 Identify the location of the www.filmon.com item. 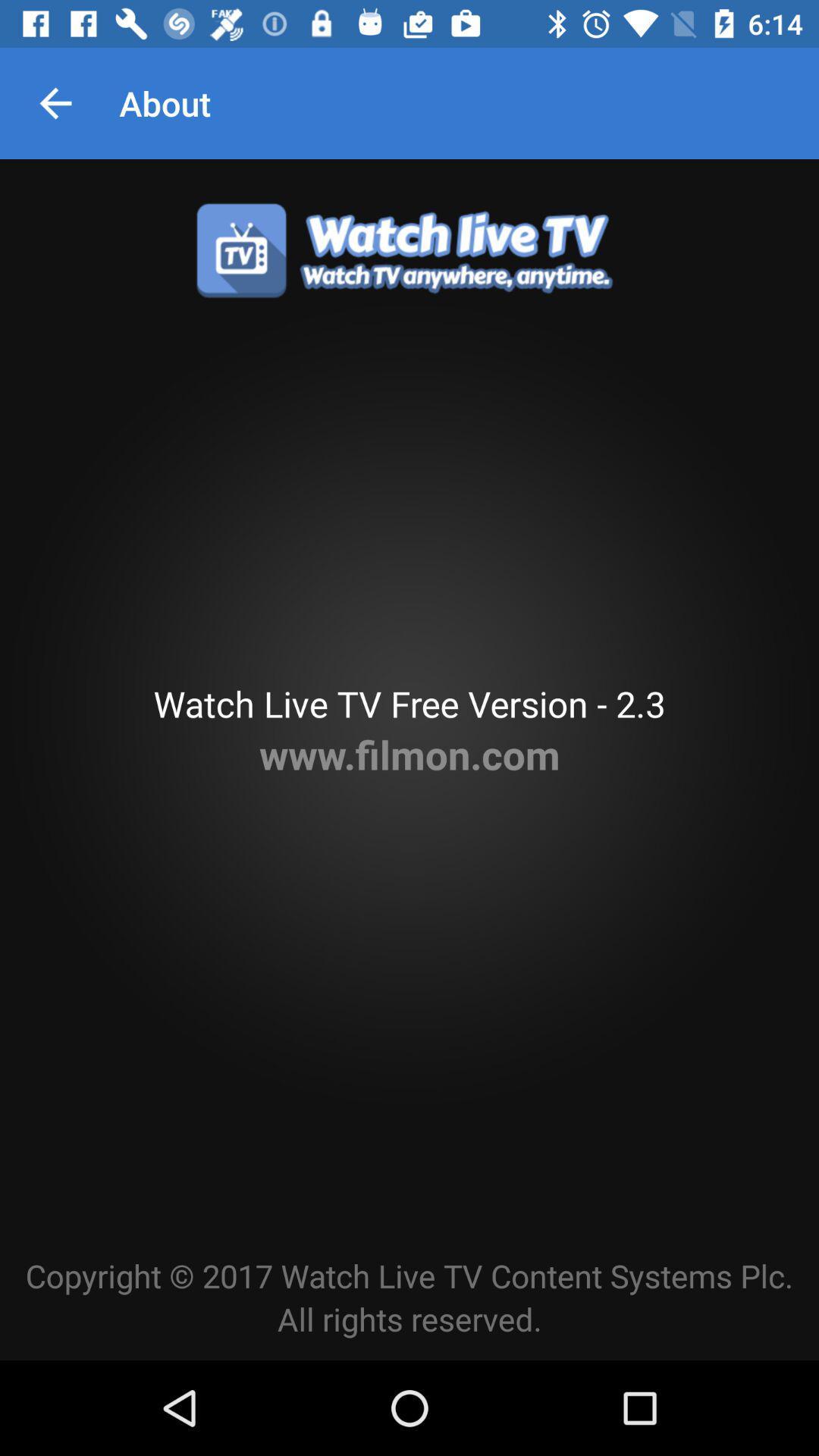
(409, 754).